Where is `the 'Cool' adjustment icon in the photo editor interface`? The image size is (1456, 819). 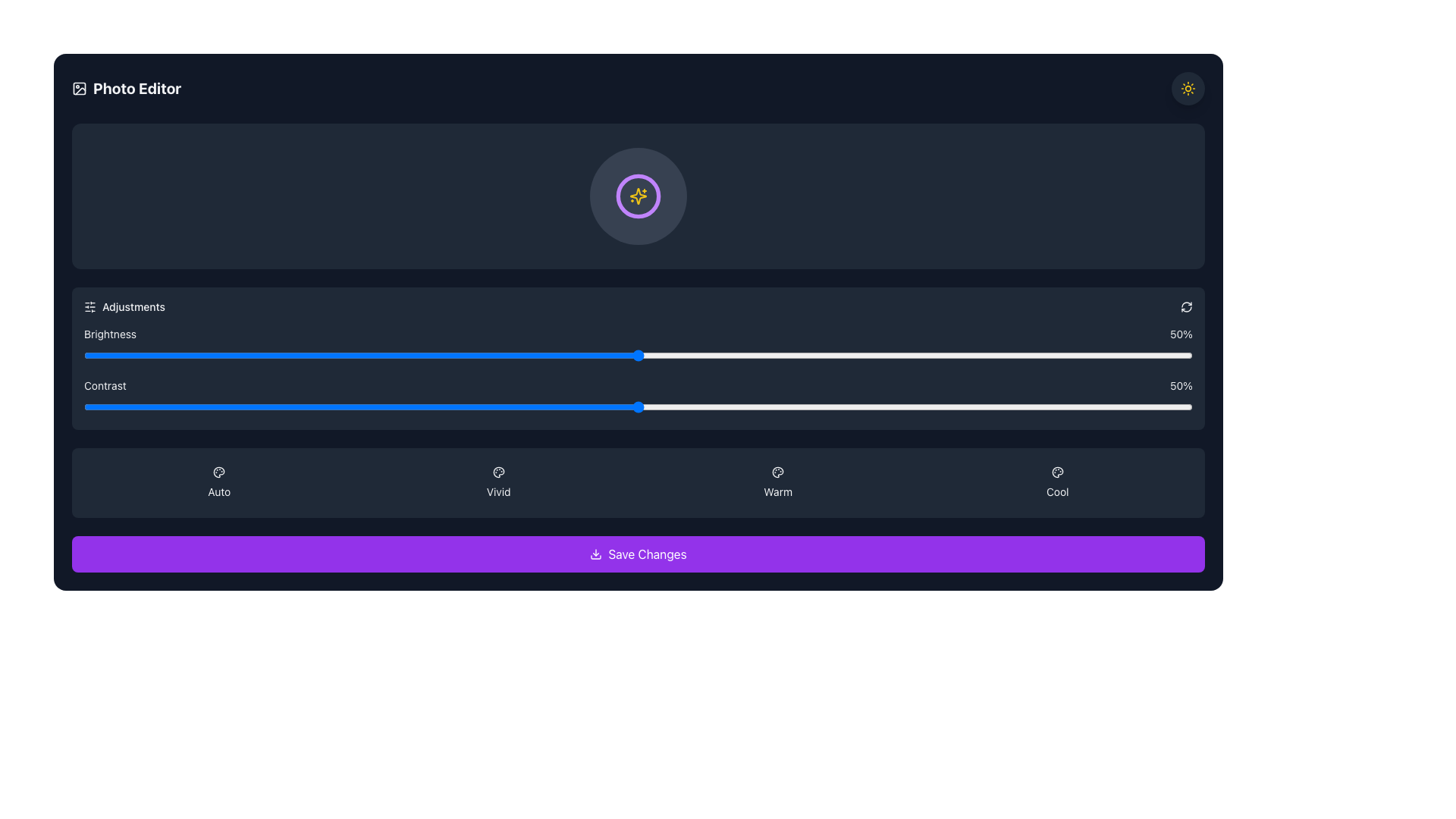
the 'Cool' adjustment icon in the photo editor interface is located at coordinates (1056, 472).